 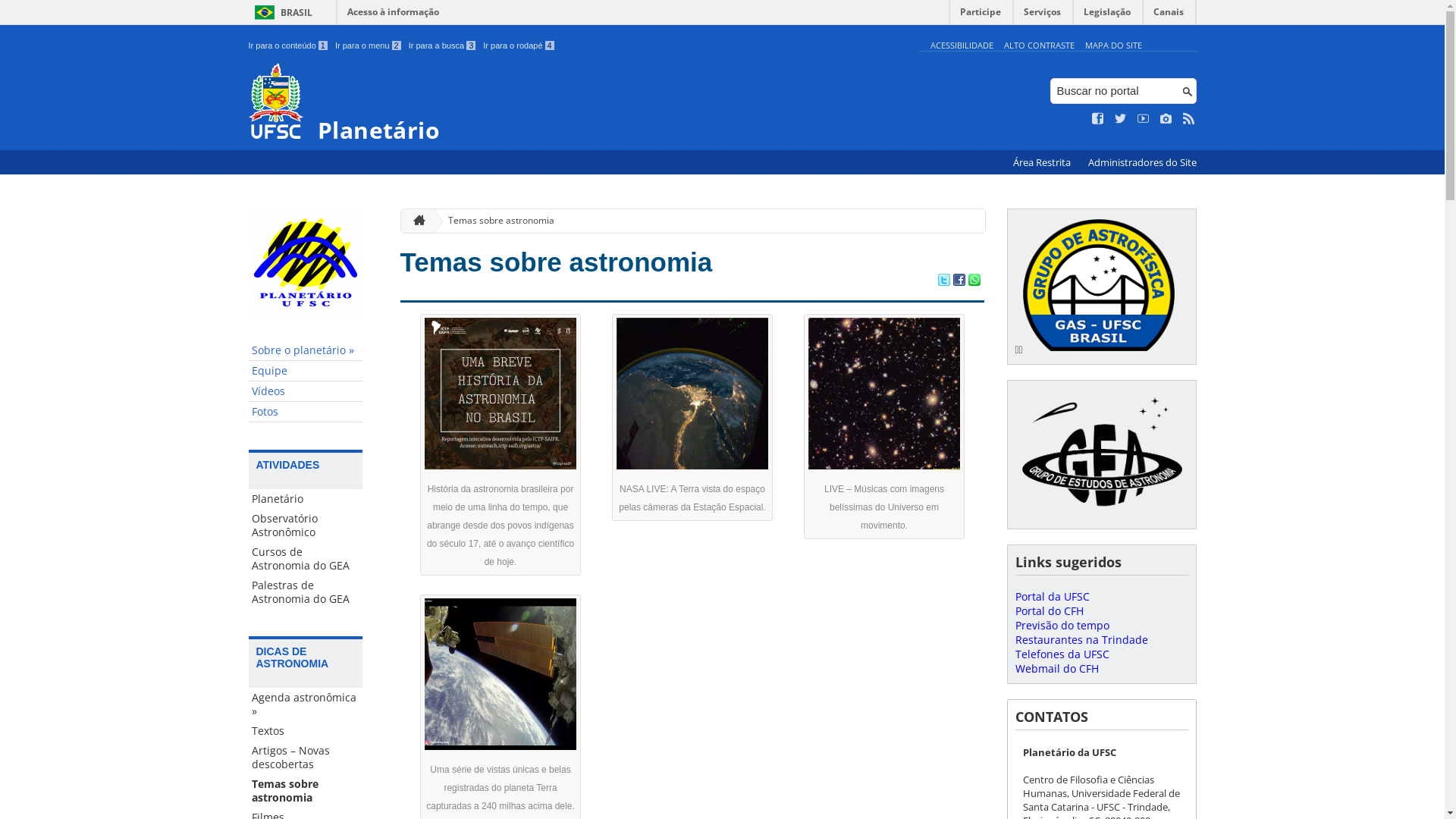 I want to click on 'Compartilhar no WhatsApp', so click(x=967, y=281).